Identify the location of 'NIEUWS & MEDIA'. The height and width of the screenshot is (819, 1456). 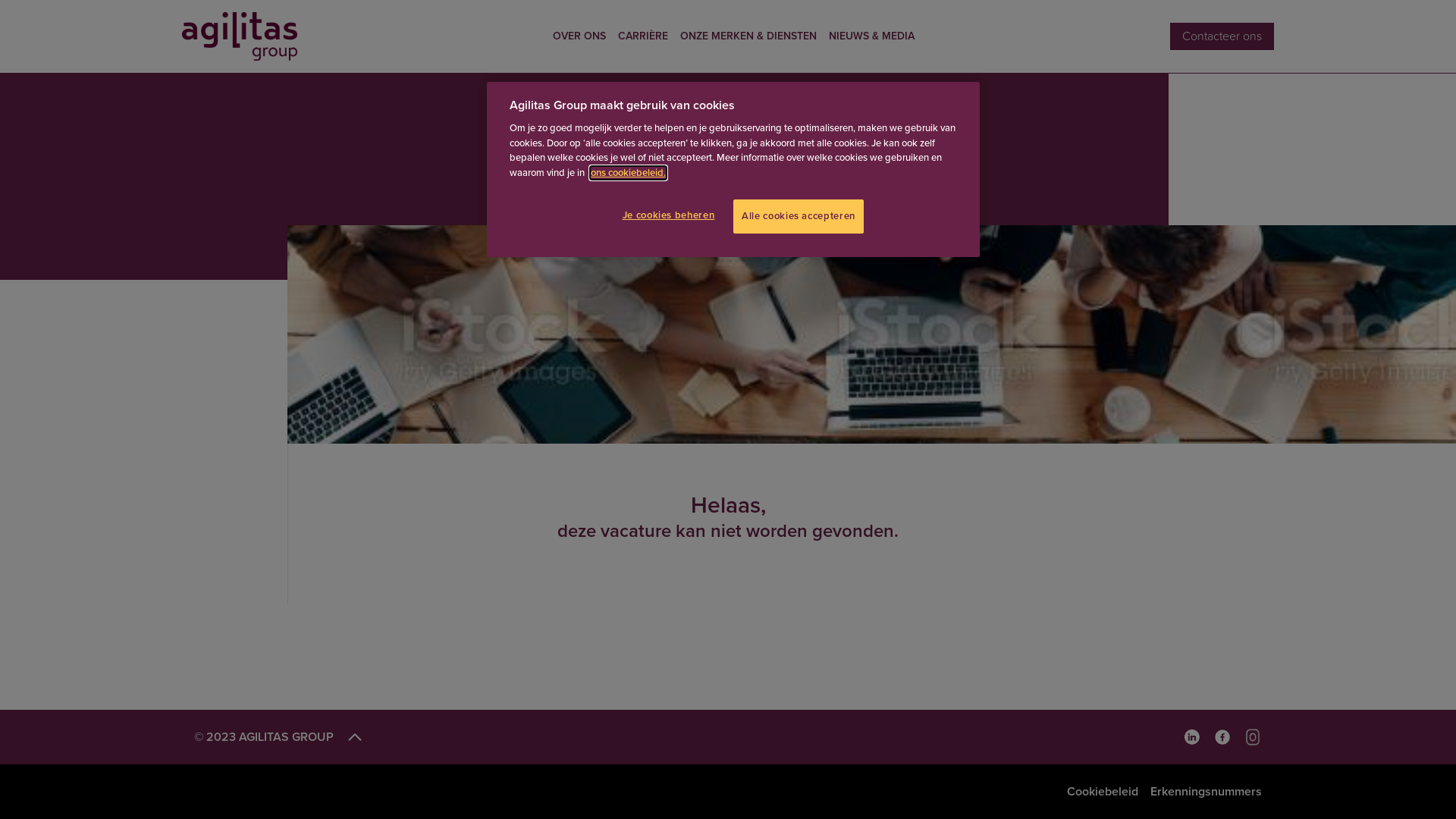
(871, 35).